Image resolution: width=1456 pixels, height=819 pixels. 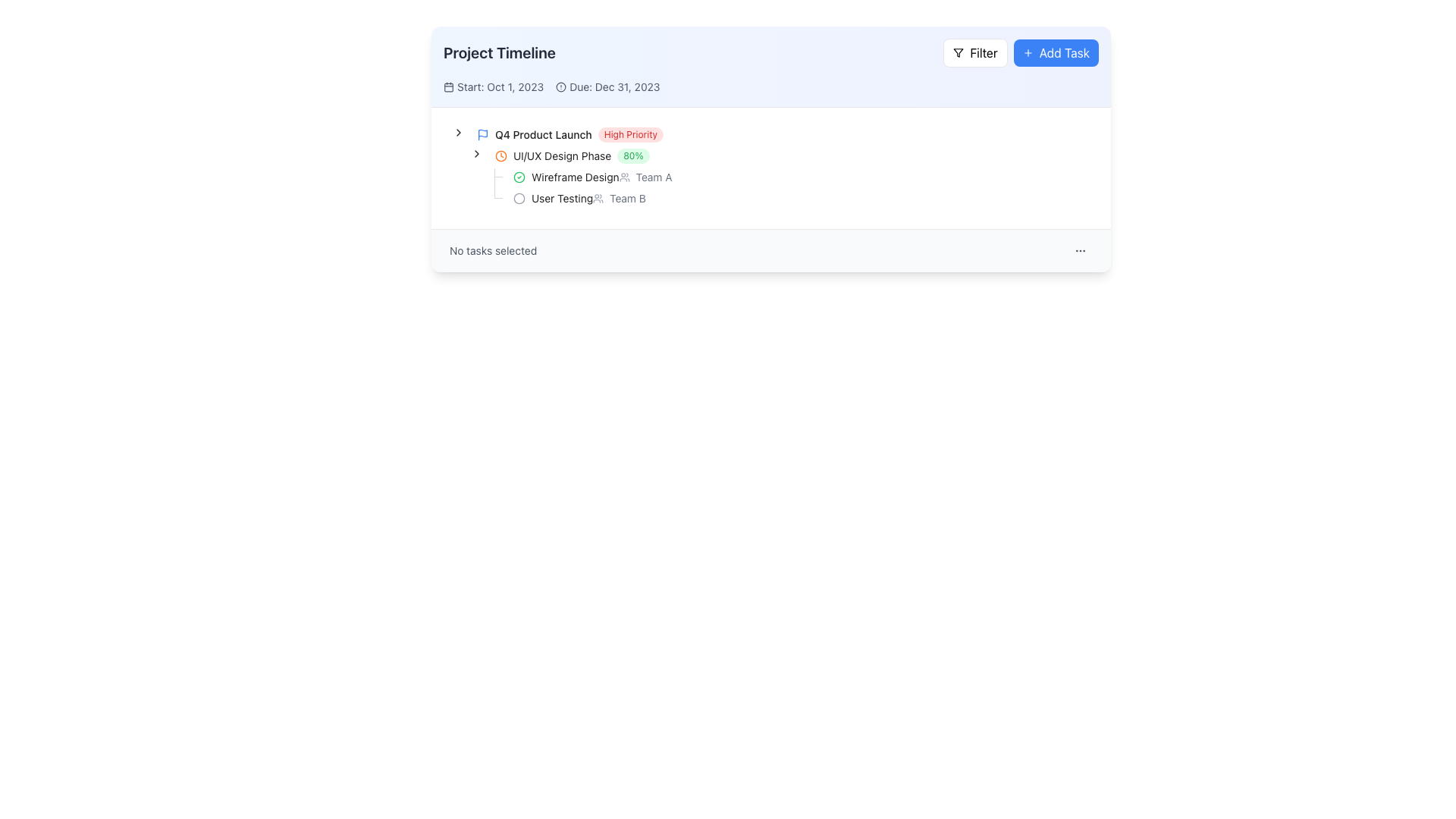 What do you see at coordinates (645, 177) in the screenshot?
I see `the text label indicating the team associated with the specific task or section it is under, located in the 'Wireframe Design' section of the 'UI/UX Design Phase'` at bounding box center [645, 177].